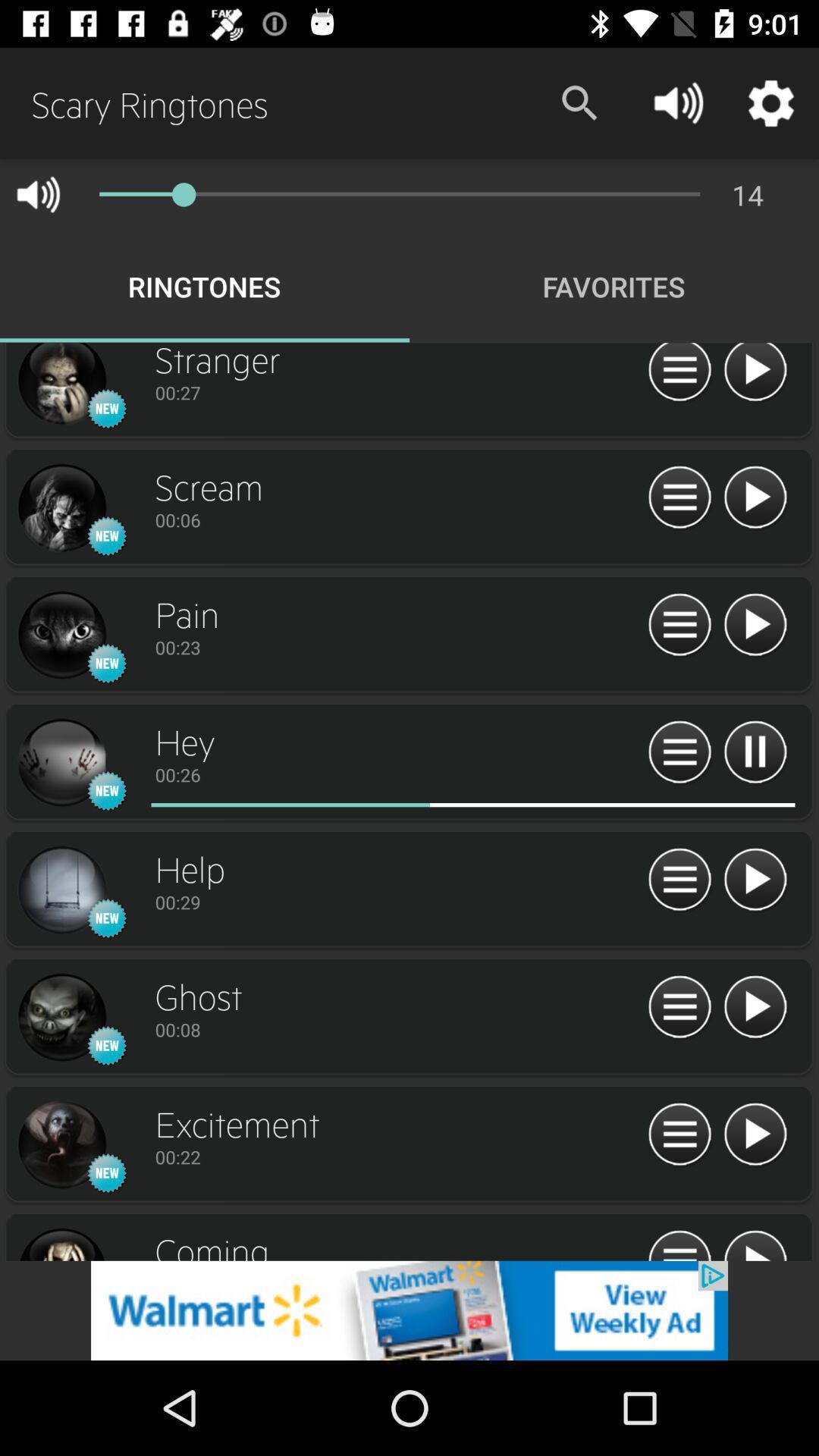  Describe the element at coordinates (755, 1244) in the screenshot. I see `play obstion` at that location.